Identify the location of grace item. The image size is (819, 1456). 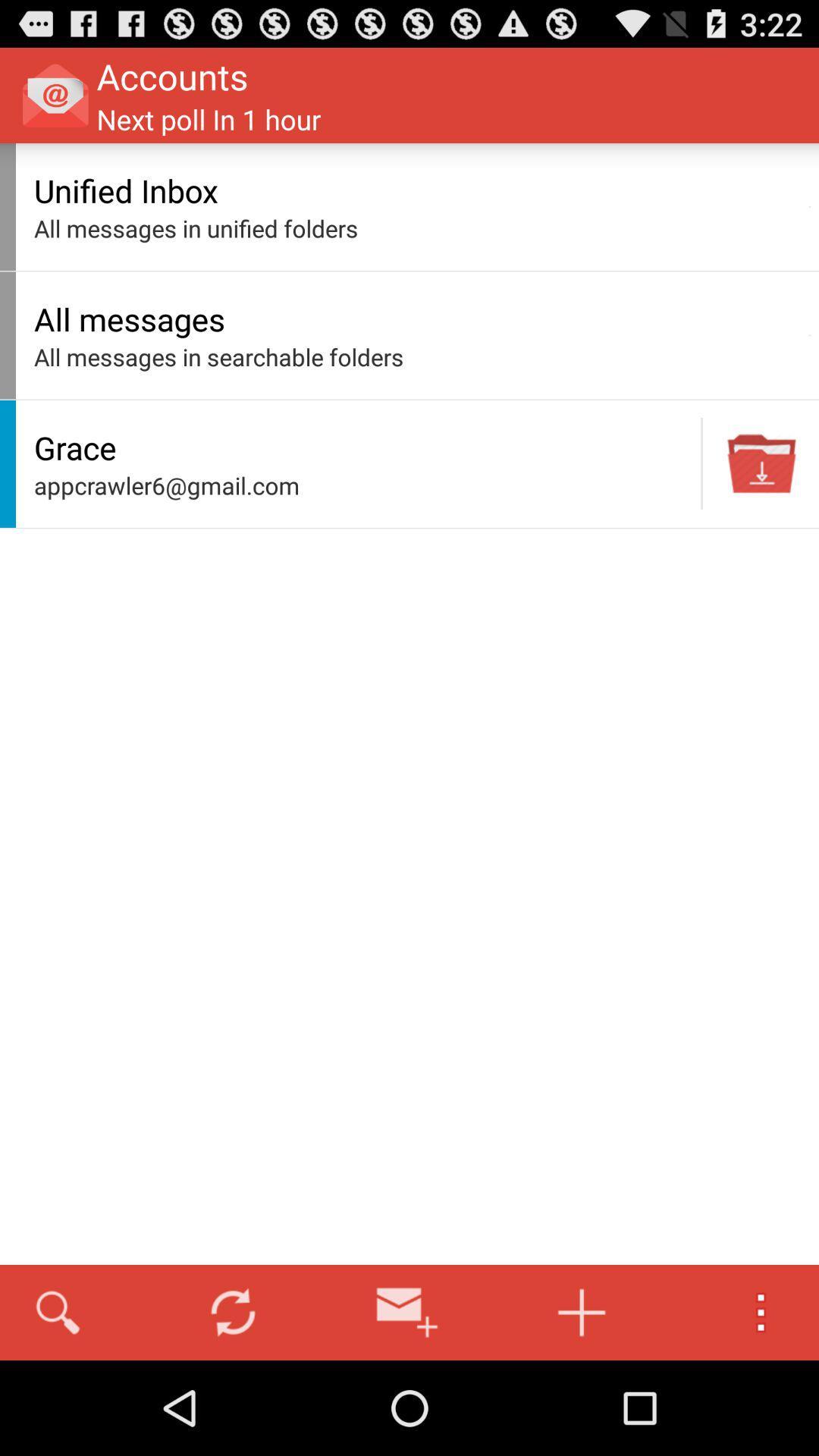
(363, 447).